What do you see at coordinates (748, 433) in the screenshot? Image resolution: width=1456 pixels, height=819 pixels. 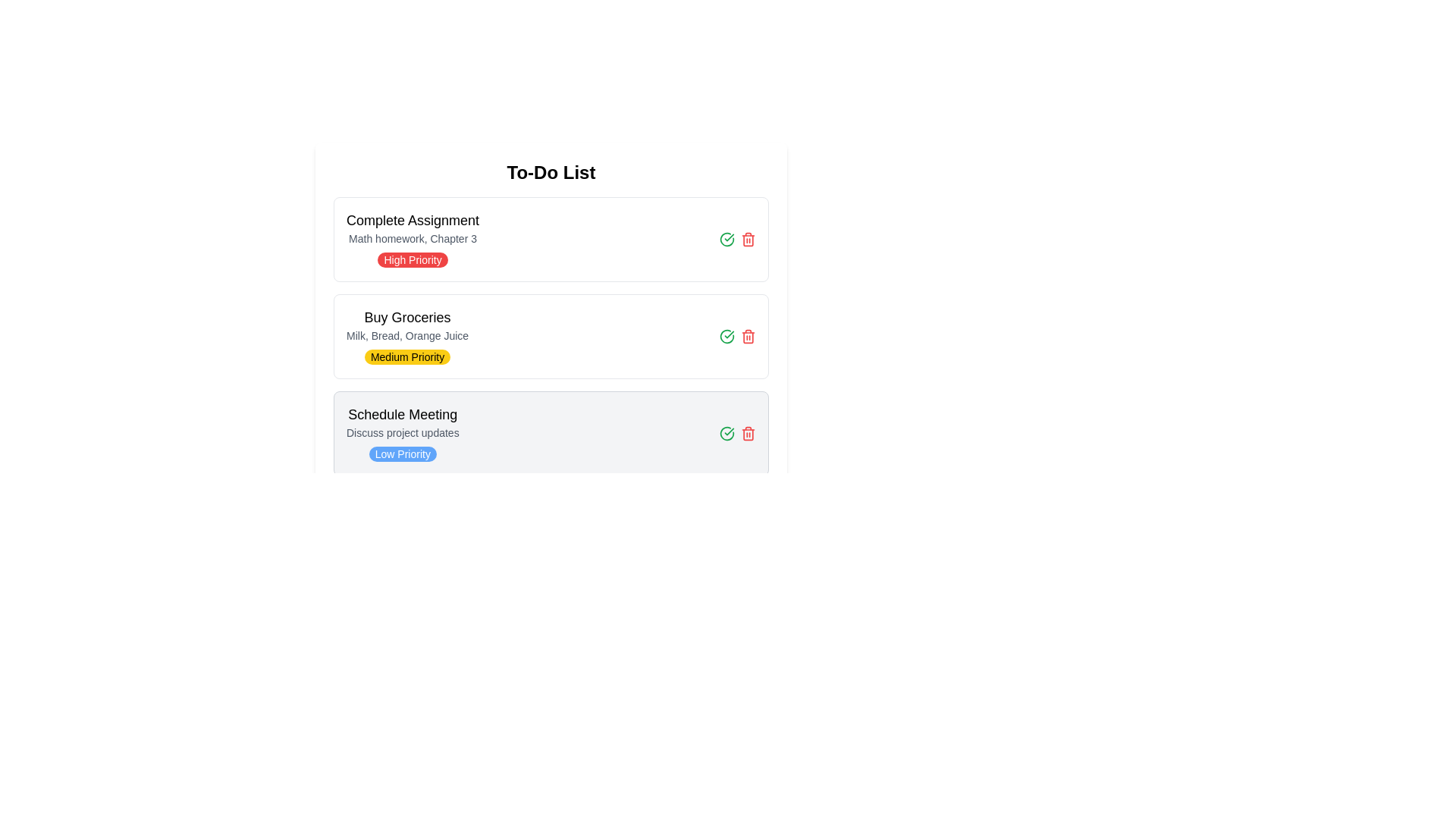 I see `the red trash can icon located at the far-right of the to-do list item` at bounding box center [748, 433].